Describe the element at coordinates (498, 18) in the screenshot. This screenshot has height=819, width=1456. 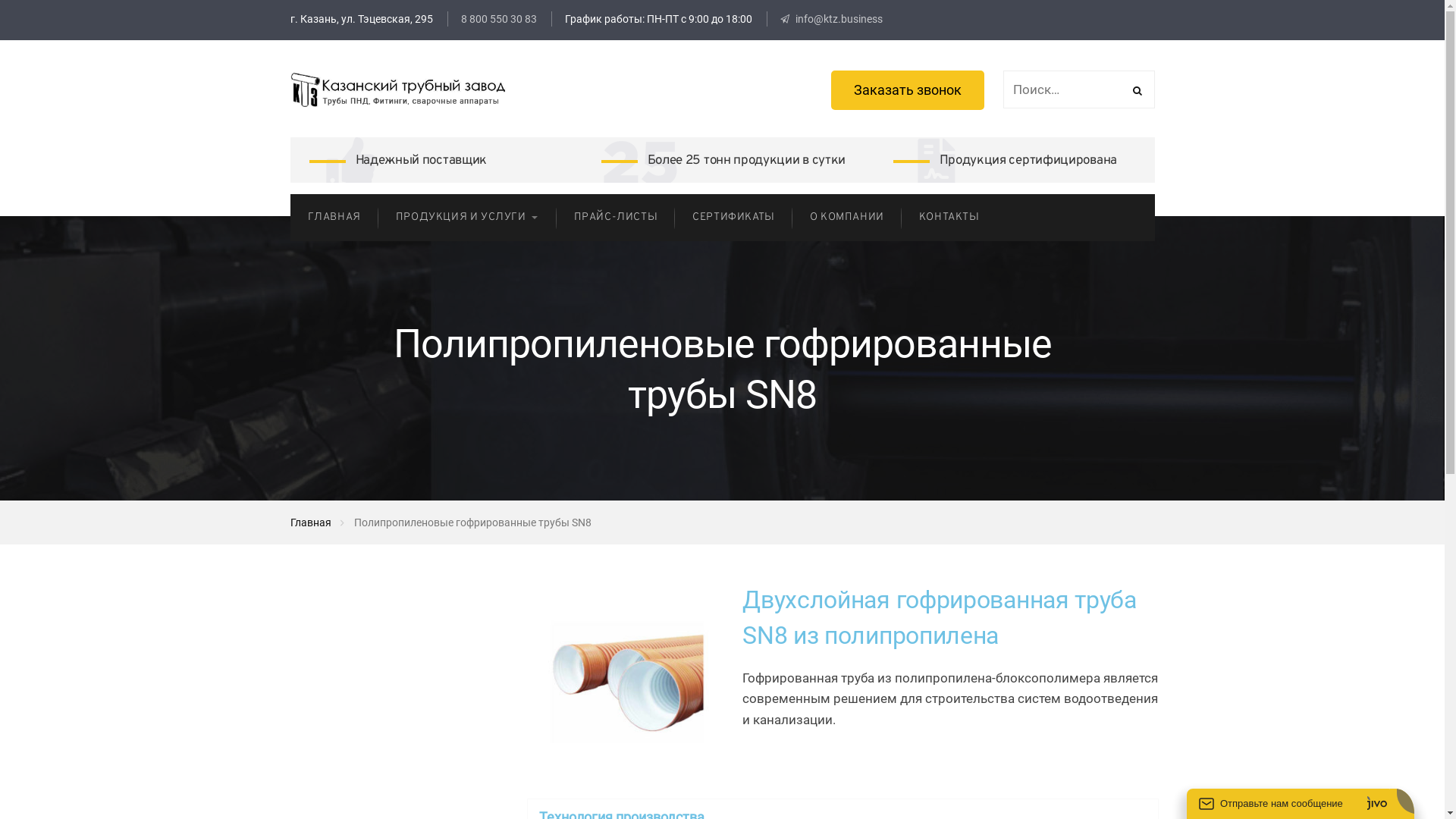
I see `'8 800 550 30 83'` at that location.